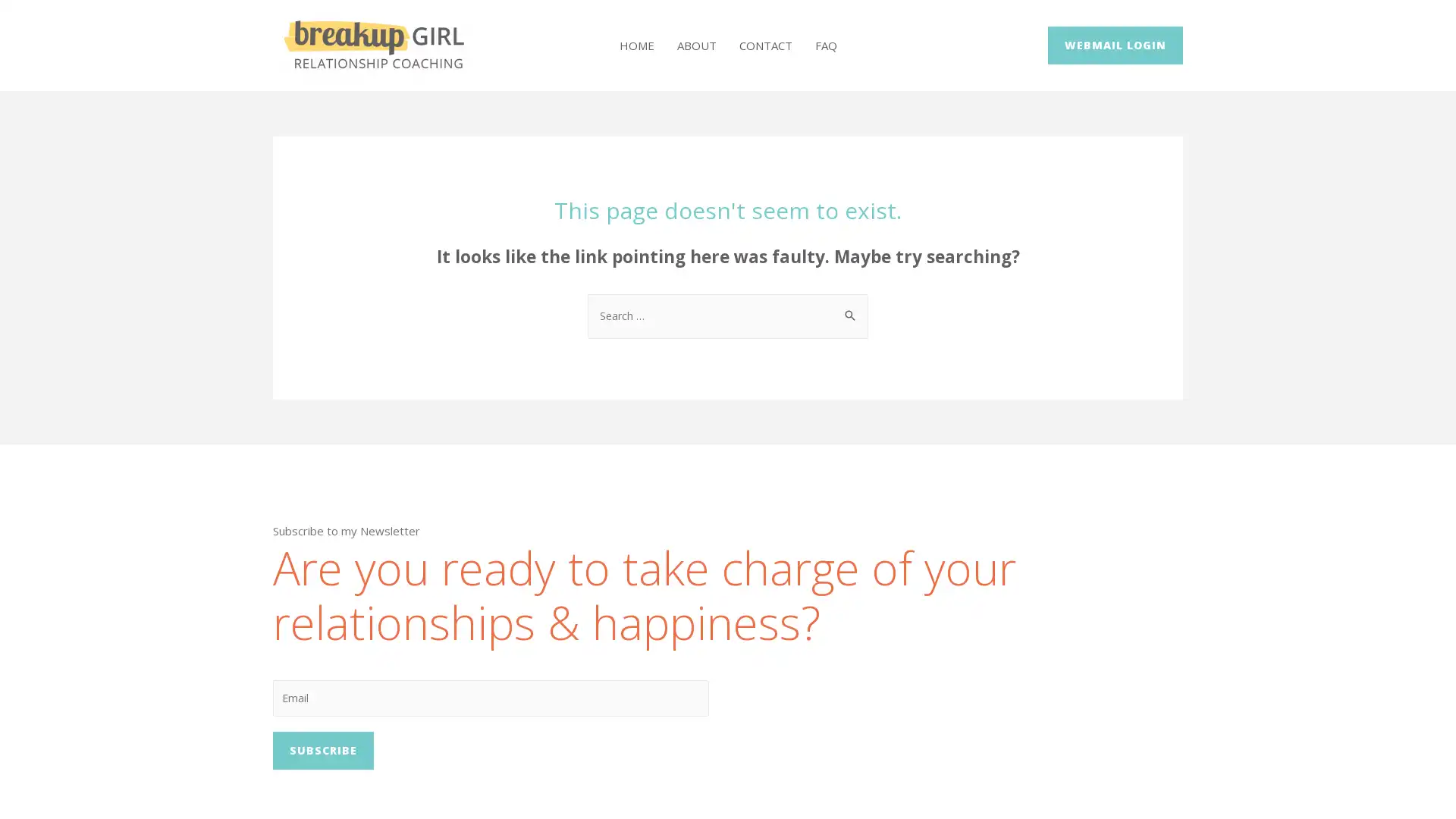 This screenshot has height=819, width=1456. I want to click on Search, so click(851, 308).